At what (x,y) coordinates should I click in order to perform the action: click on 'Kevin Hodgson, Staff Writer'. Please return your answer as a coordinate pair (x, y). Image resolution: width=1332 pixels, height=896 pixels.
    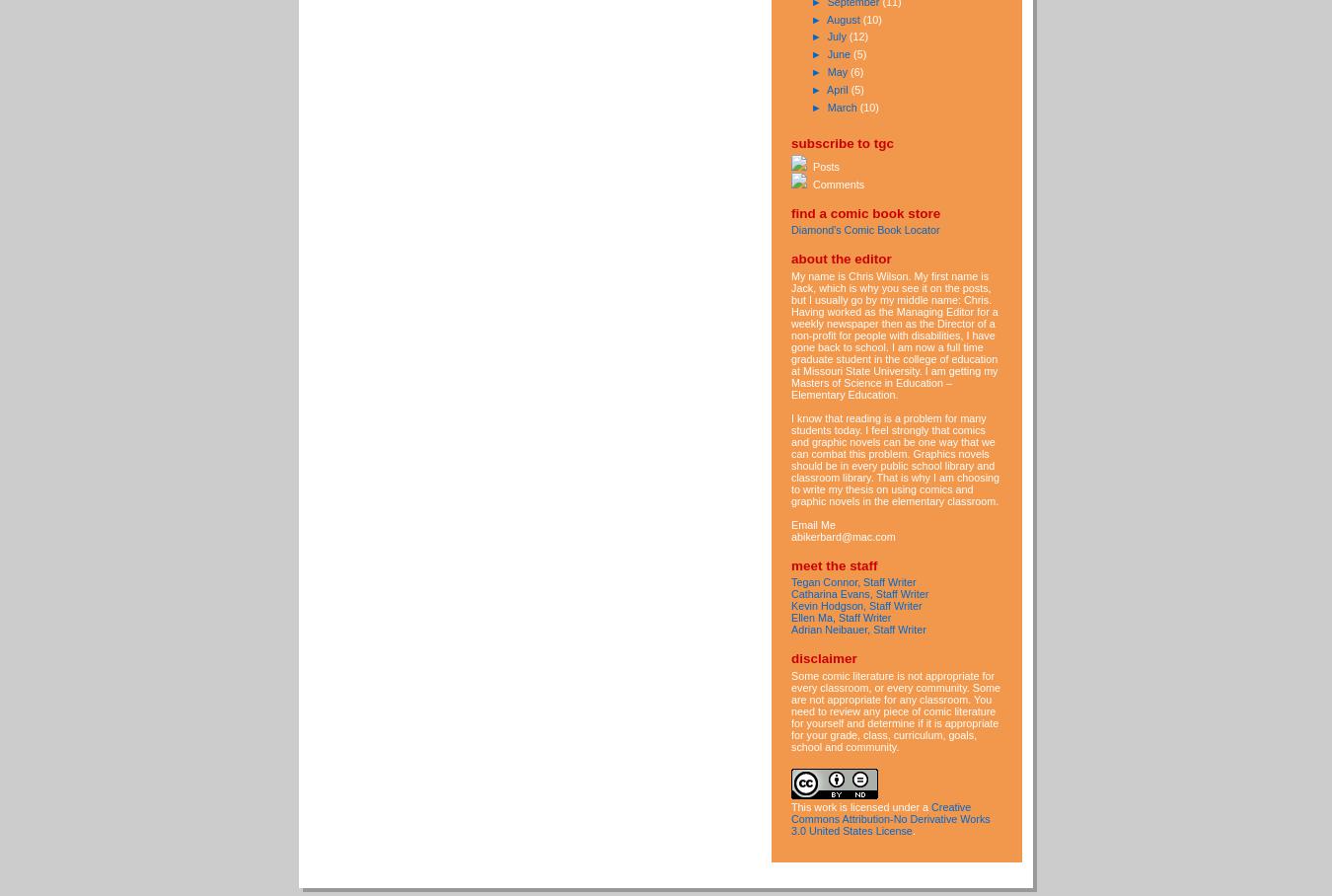
    Looking at the image, I should click on (856, 604).